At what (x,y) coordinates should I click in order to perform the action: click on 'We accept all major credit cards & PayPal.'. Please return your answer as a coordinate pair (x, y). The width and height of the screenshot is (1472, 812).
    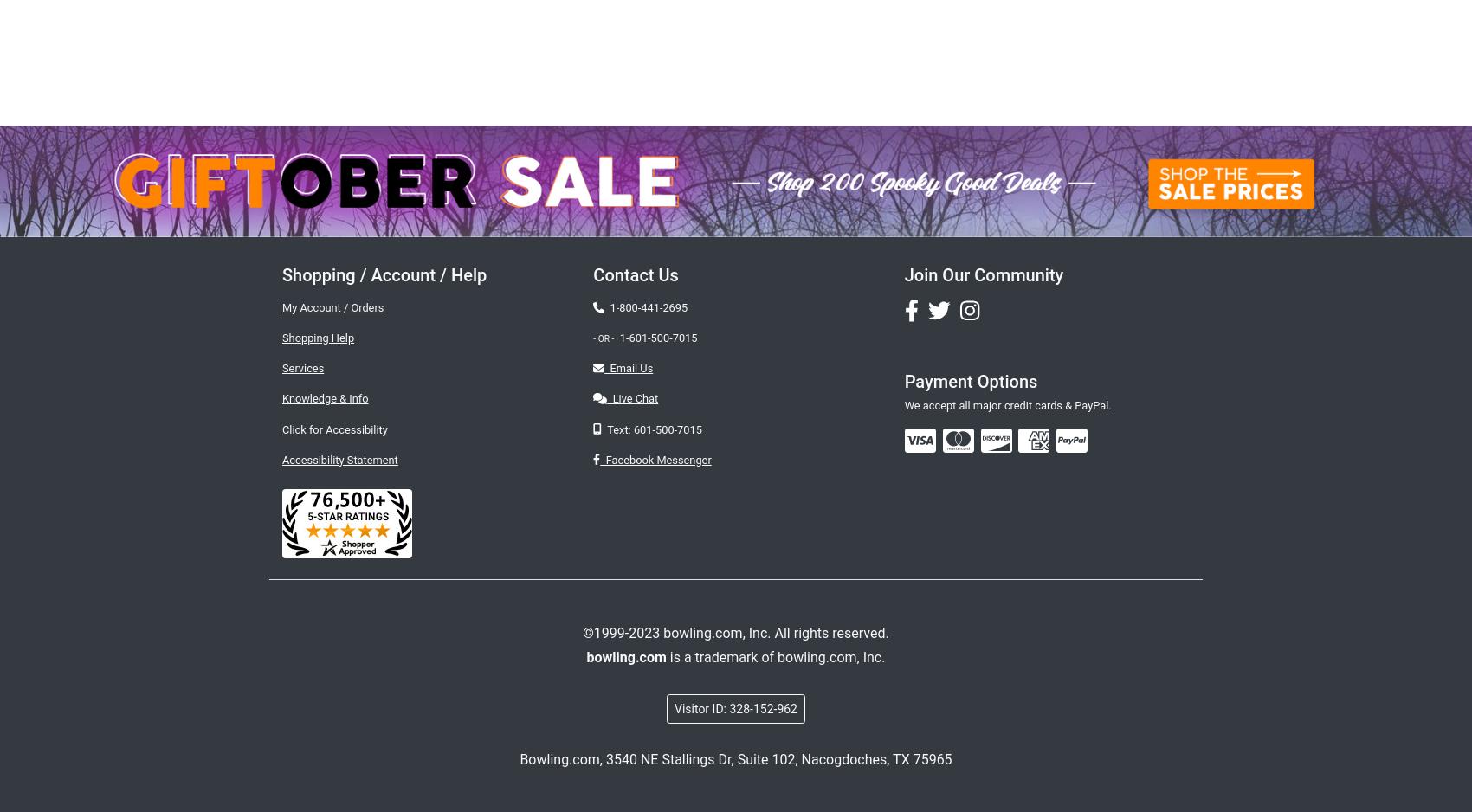
    Looking at the image, I should click on (902, 404).